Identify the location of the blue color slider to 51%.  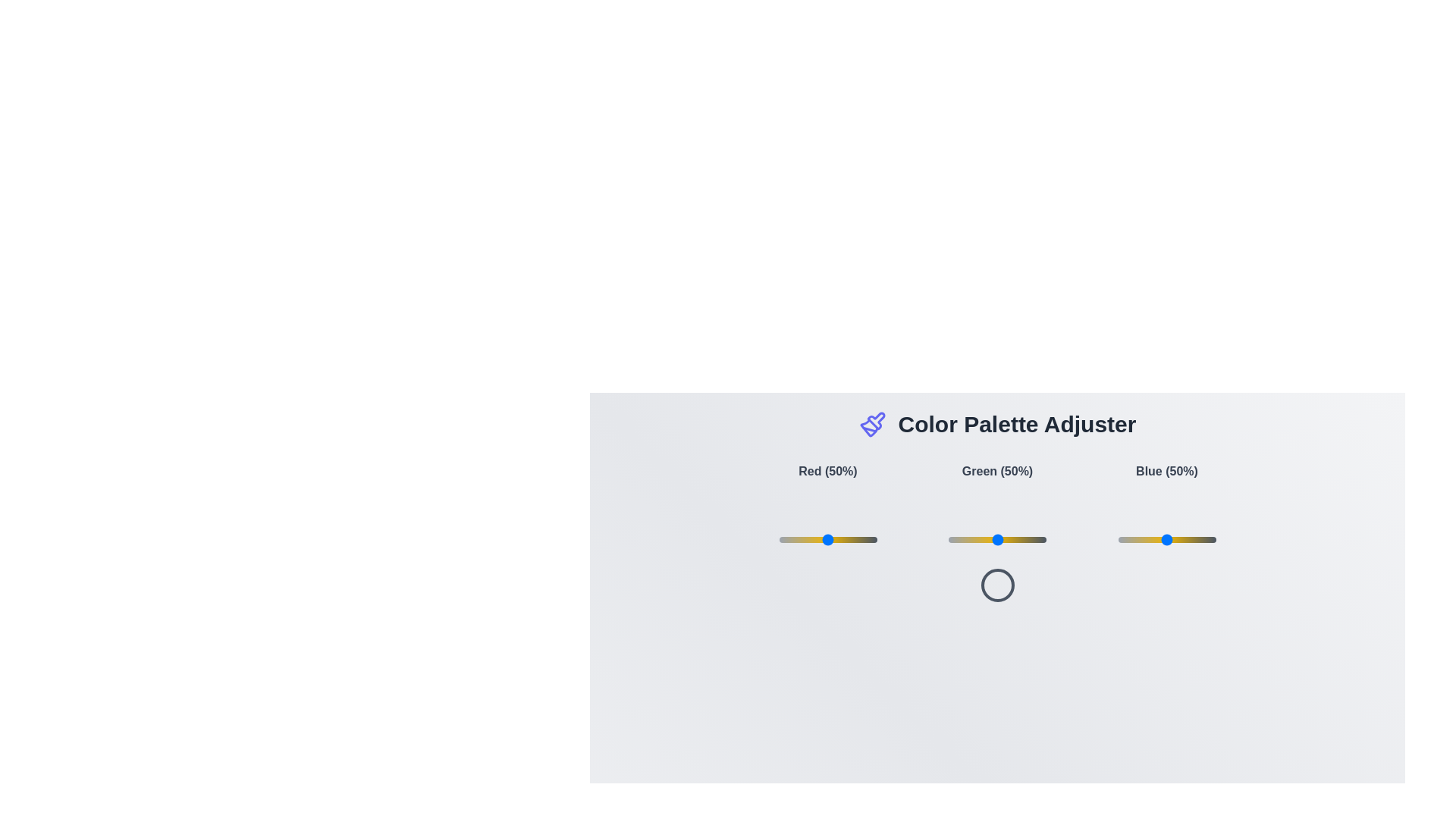
(1167, 539).